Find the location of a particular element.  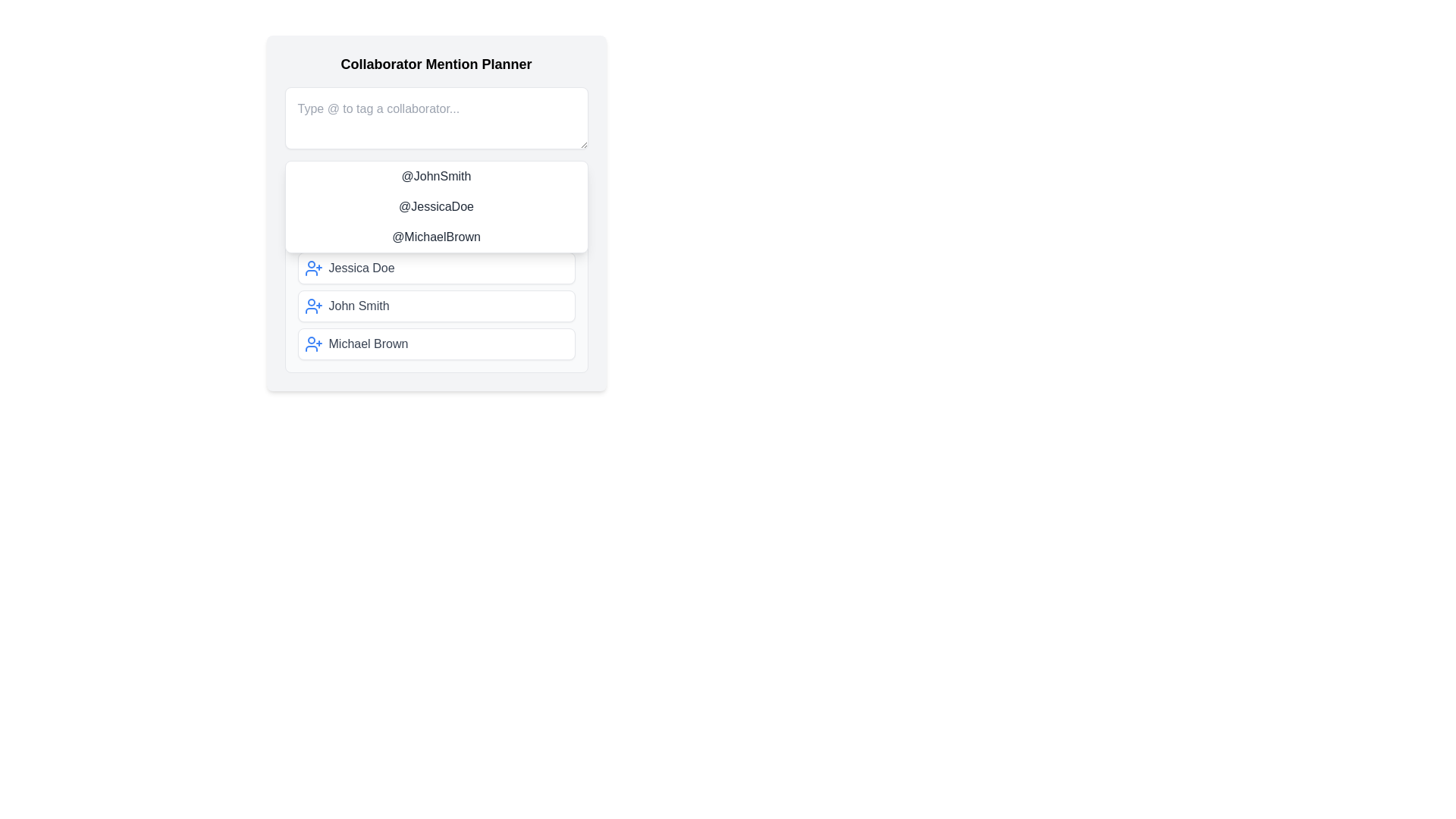

the text label '@JohnSmith' which is the first item in the dropdown menu is located at coordinates (435, 180).